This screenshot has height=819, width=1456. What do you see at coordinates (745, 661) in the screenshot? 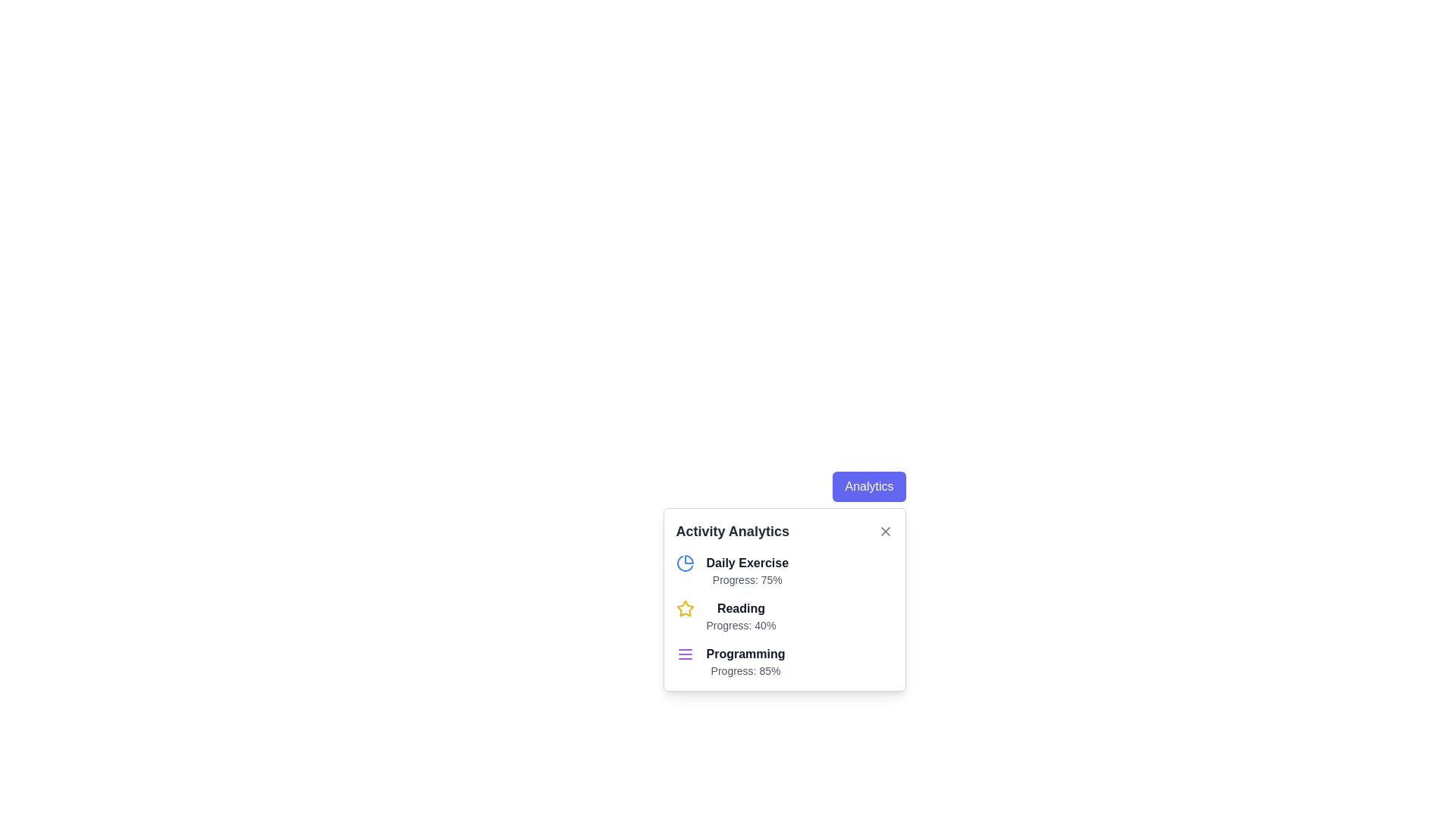
I see `displayed progress percentage (85%) for the activity named 'Programming' located within the lower portion of the 'Activity Analytics' card` at bounding box center [745, 661].